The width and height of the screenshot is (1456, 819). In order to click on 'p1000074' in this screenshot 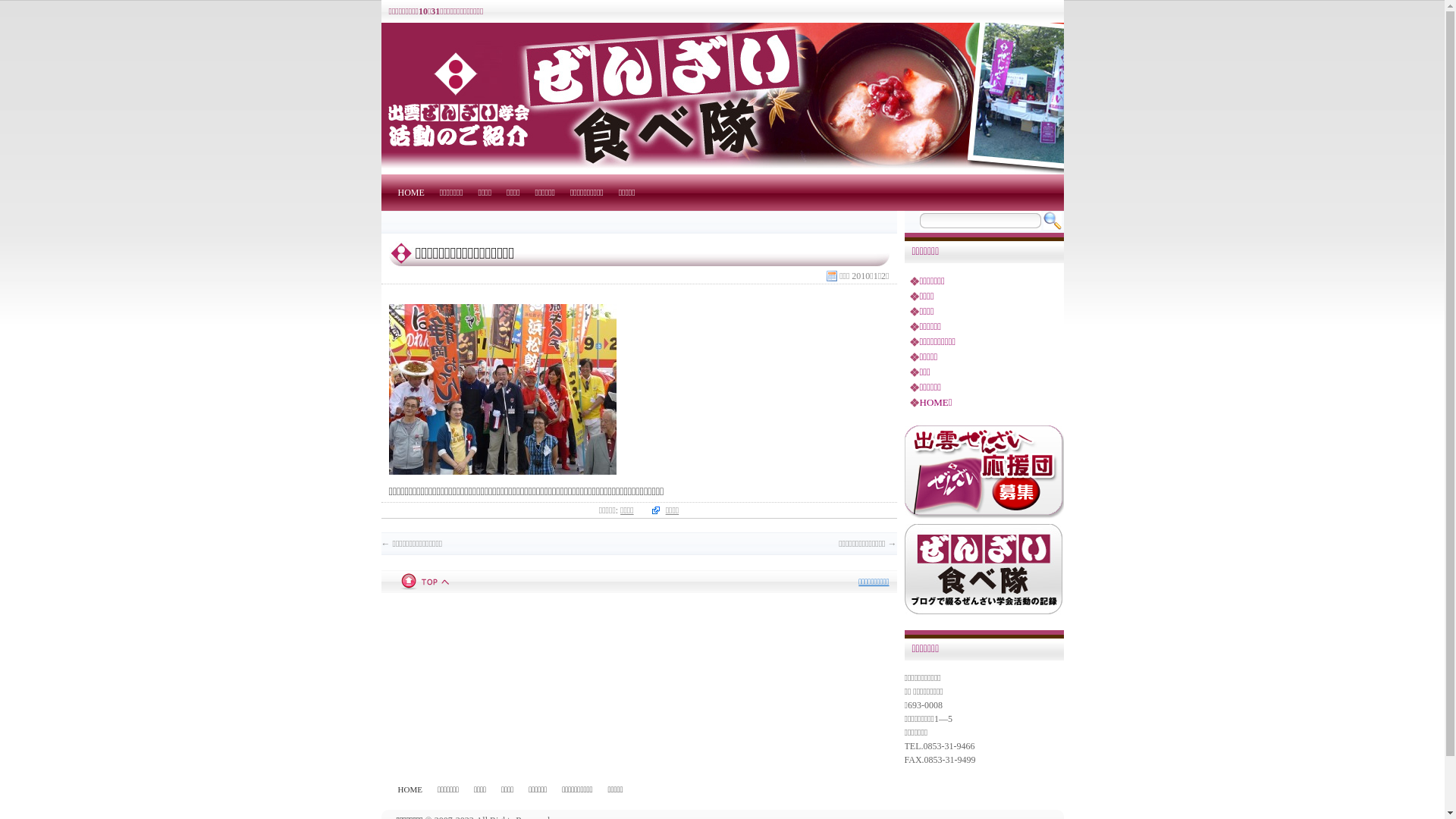, I will do `click(502, 388)`.